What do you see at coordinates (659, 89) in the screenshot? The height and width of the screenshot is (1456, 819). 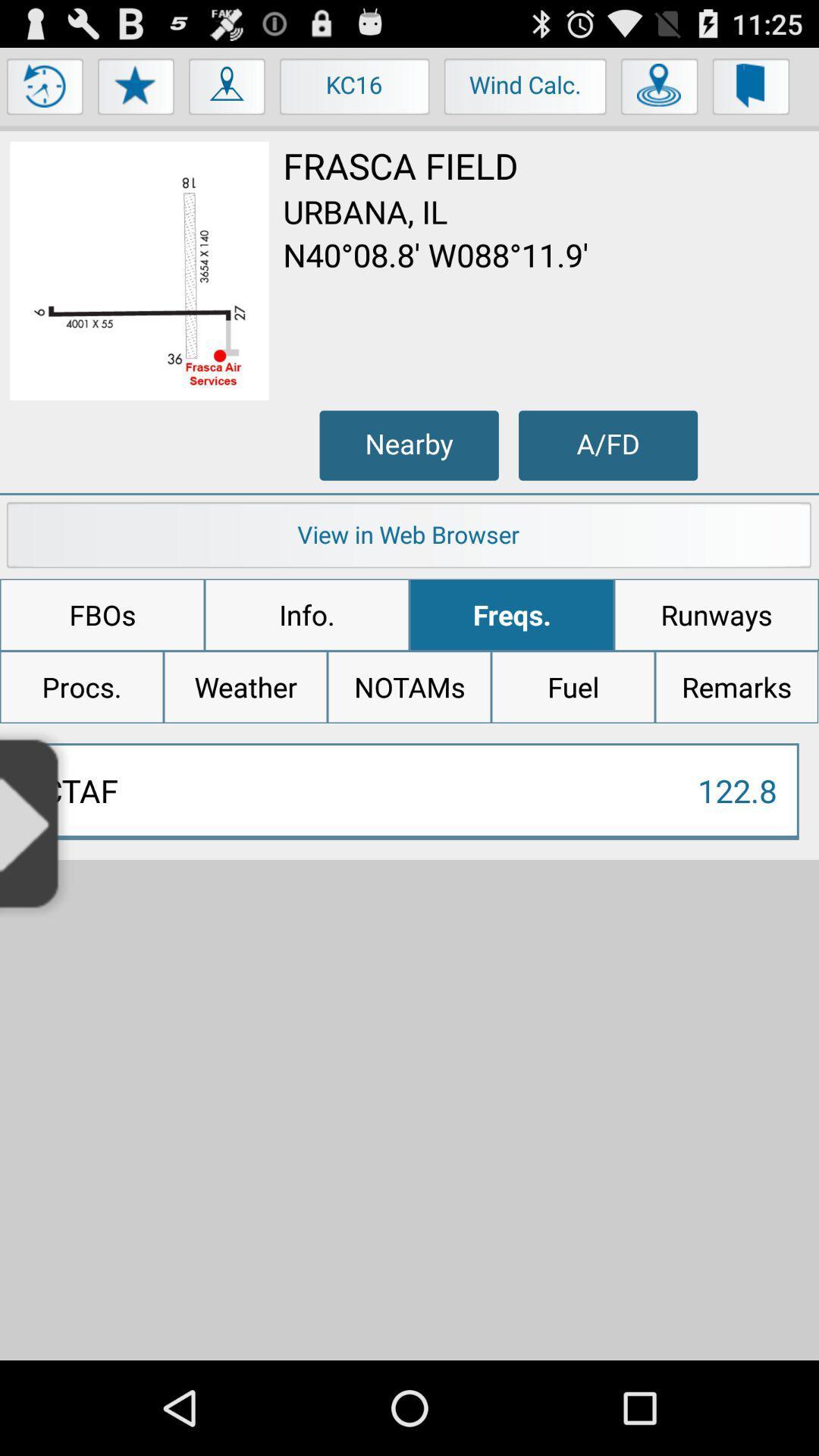 I see `icon above the frasca field icon` at bounding box center [659, 89].